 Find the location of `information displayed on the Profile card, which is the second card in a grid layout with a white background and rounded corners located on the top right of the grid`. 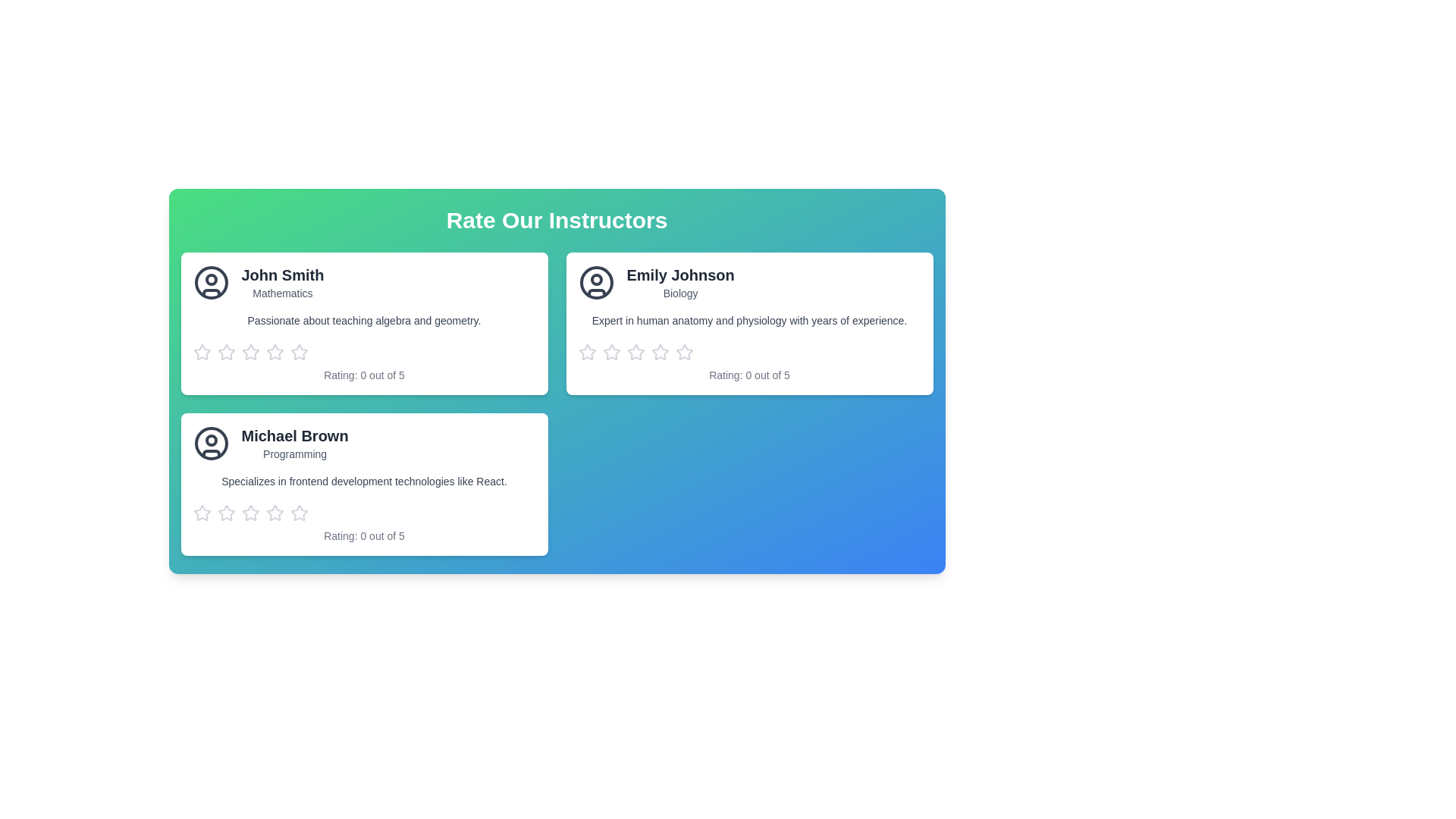

information displayed on the Profile card, which is the second card in a grid layout with a white background and rounded corners located on the top right of the grid is located at coordinates (749, 323).